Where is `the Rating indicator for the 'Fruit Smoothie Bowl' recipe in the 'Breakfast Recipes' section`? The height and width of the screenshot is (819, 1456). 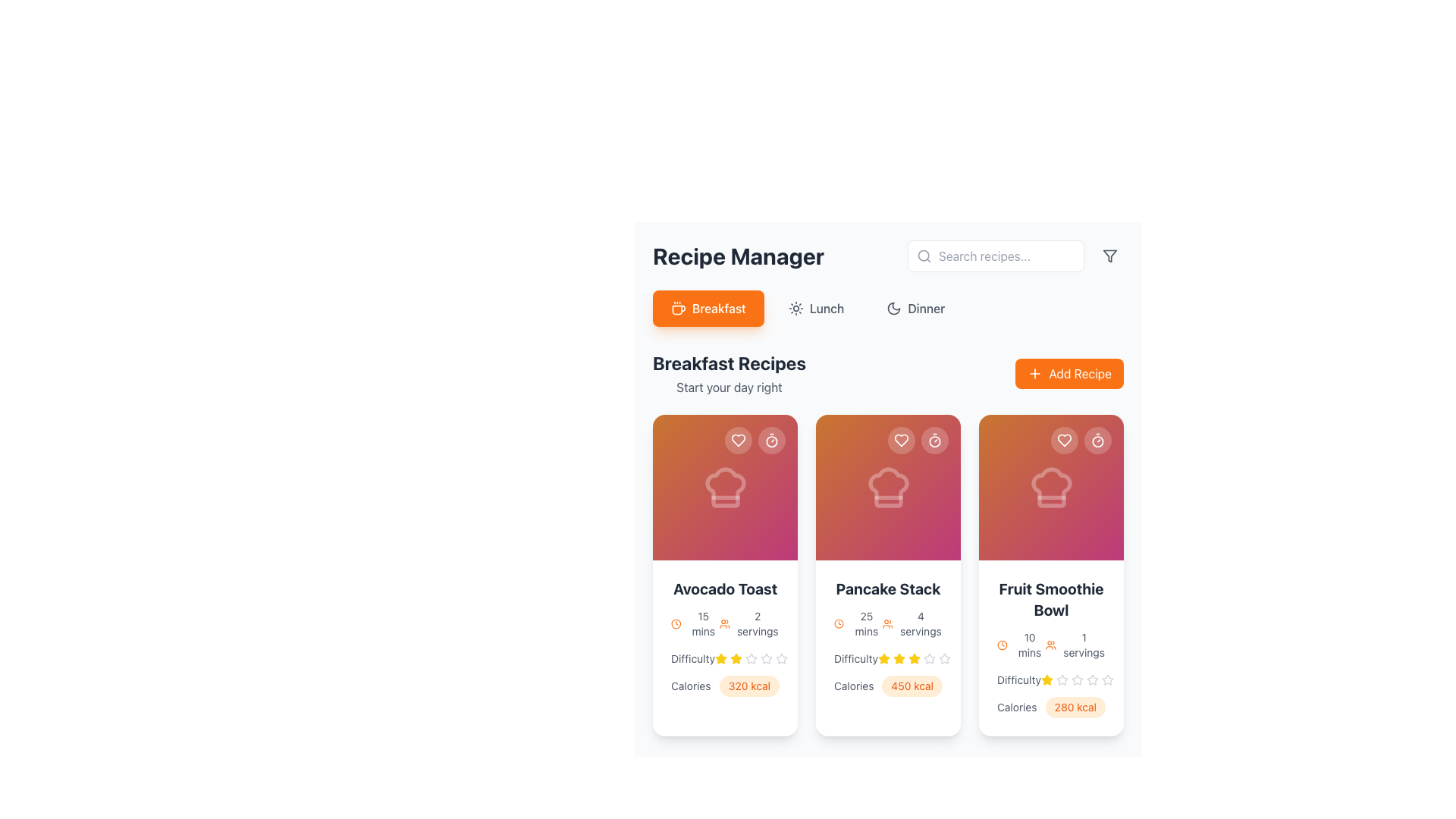 the Rating indicator for the 'Fruit Smoothie Bowl' recipe in the 'Breakfast Recipes' section is located at coordinates (1050, 679).